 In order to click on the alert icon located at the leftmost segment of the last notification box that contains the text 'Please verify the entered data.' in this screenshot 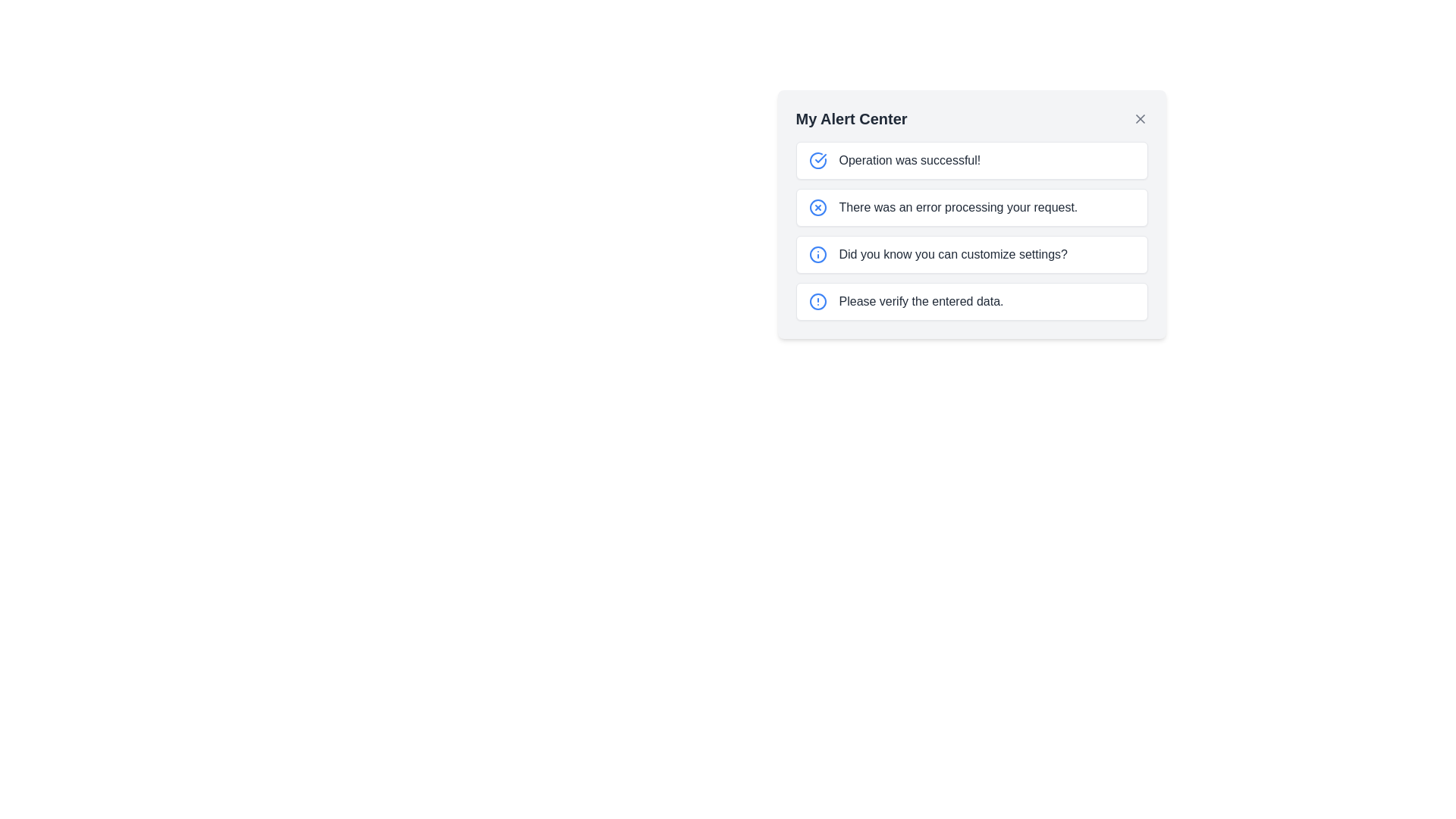, I will do `click(817, 301)`.